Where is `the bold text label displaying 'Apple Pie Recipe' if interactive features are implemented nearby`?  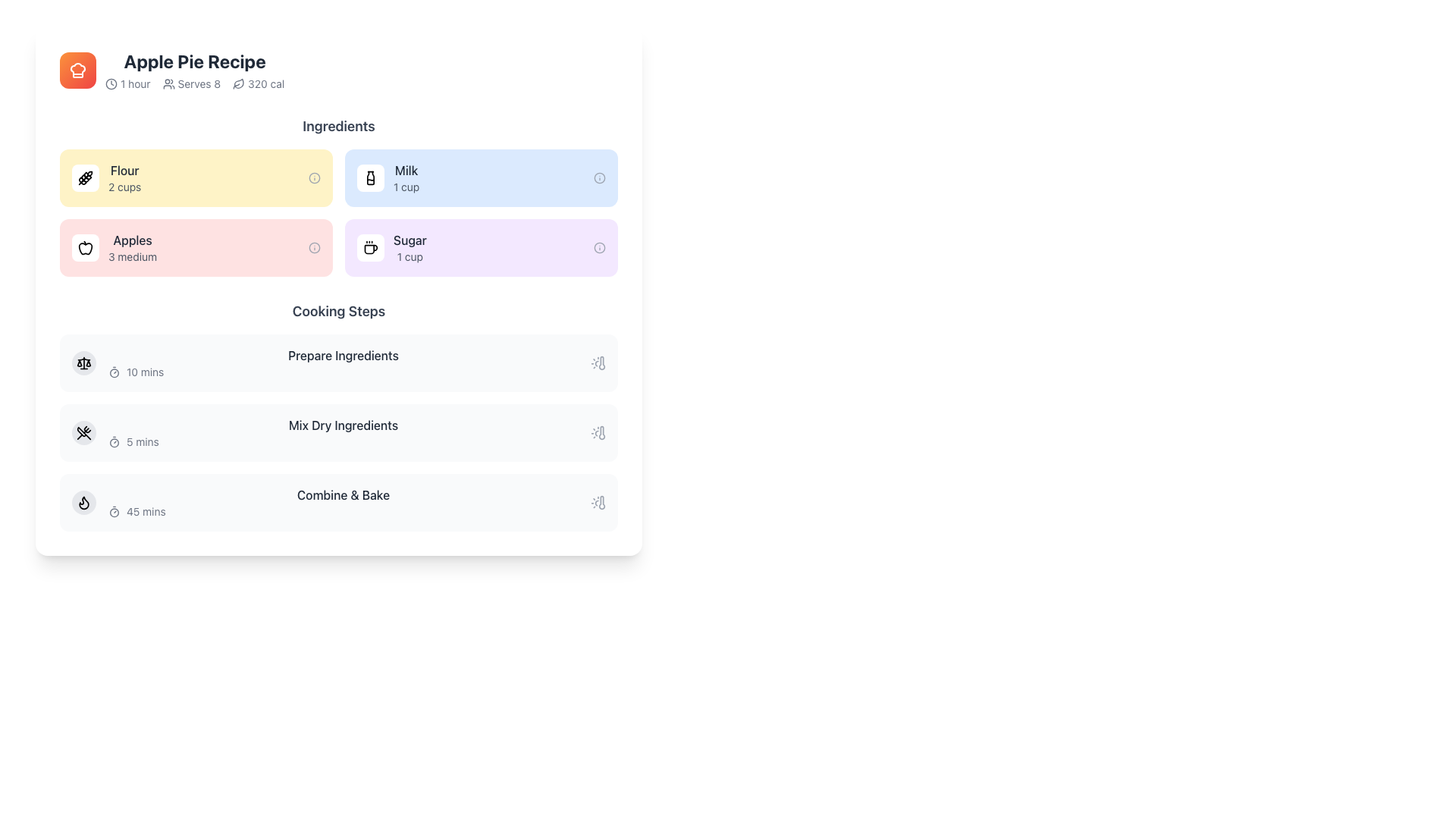
the bold text label displaying 'Apple Pie Recipe' if interactive features are implemented nearby is located at coordinates (194, 61).